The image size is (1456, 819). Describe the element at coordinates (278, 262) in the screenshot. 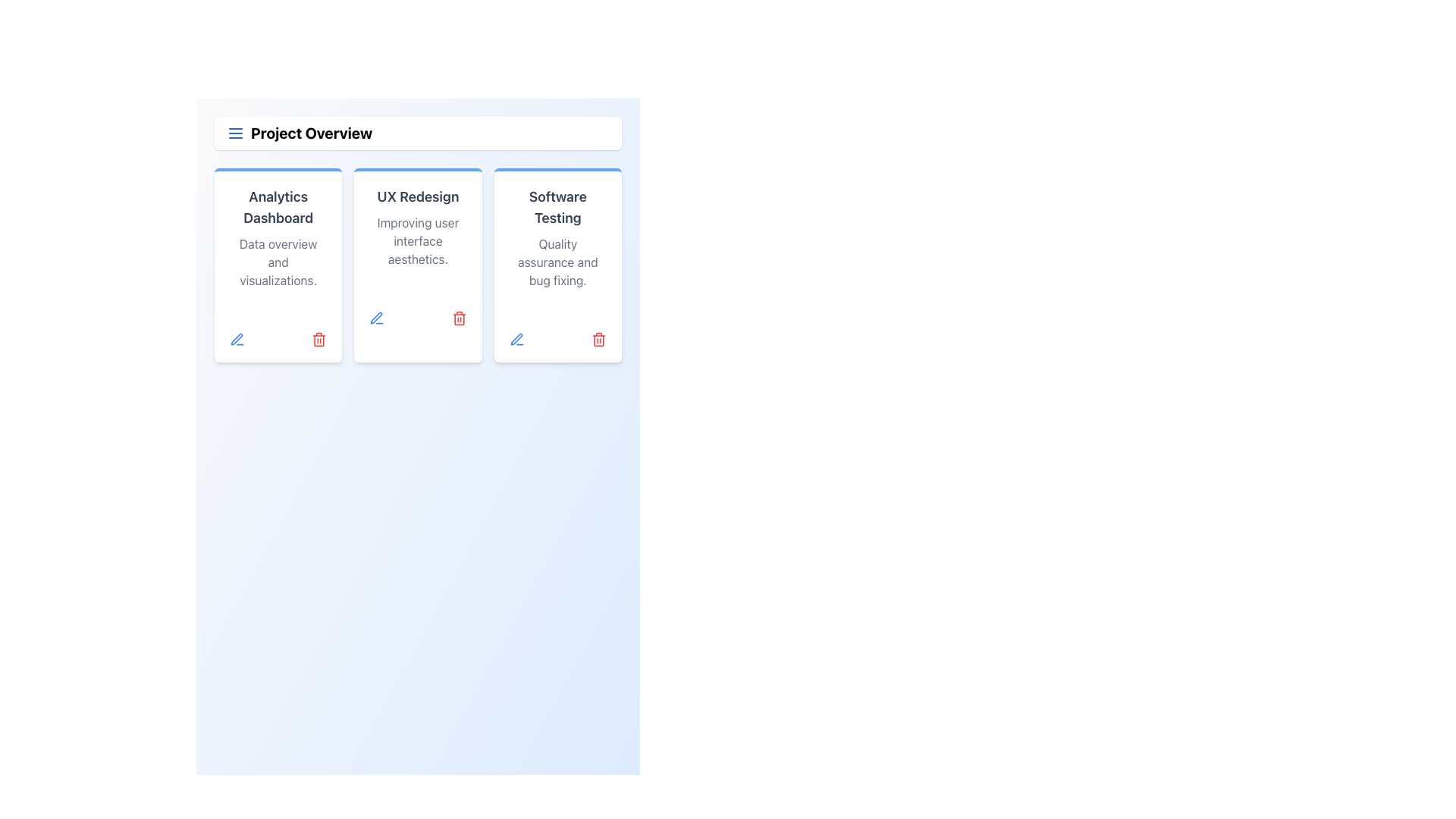

I see `the static text element containing the phrase 'Data overview and visualizations.' which is styled in light gray and located below the 'Analytics Dashboard' heading inside the card component` at that location.